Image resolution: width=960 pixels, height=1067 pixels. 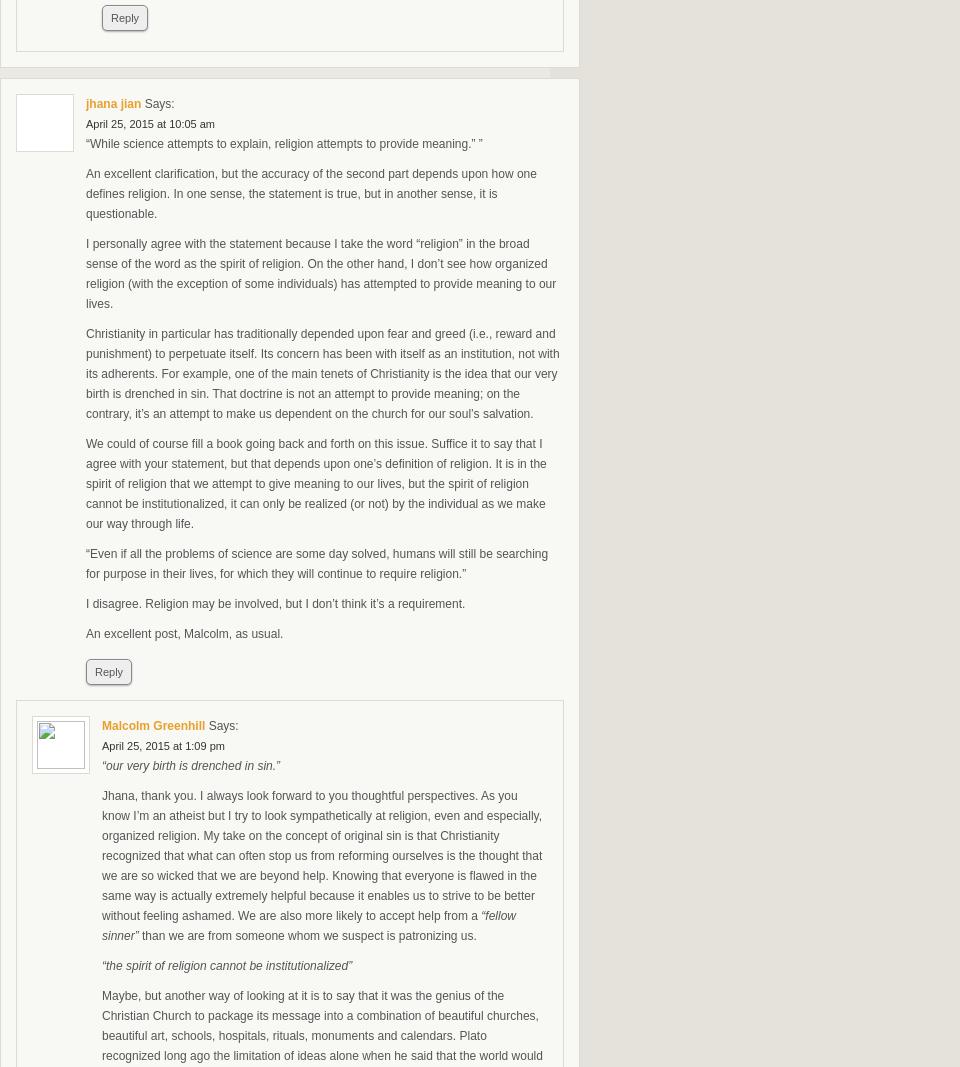 What do you see at coordinates (311, 193) in the screenshot?
I see `'An excellent clarification, but the accuracy of the second part depends upon how one defines religion.  In one sense, the statement is true, but in another sense, it is questionable.'` at bounding box center [311, 193].